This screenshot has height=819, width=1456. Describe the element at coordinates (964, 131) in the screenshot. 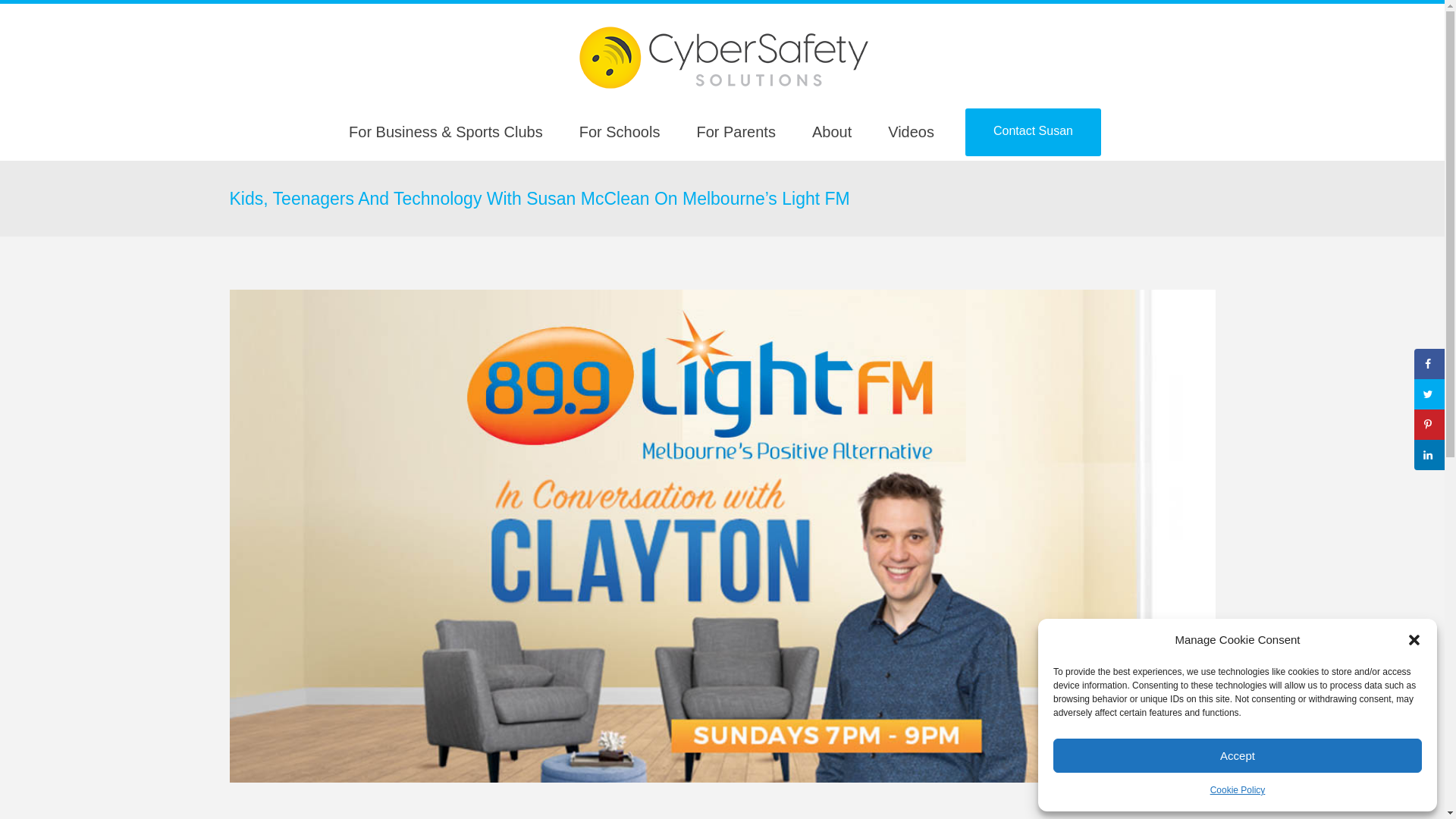

I see `'Contact Susan'` at that location.